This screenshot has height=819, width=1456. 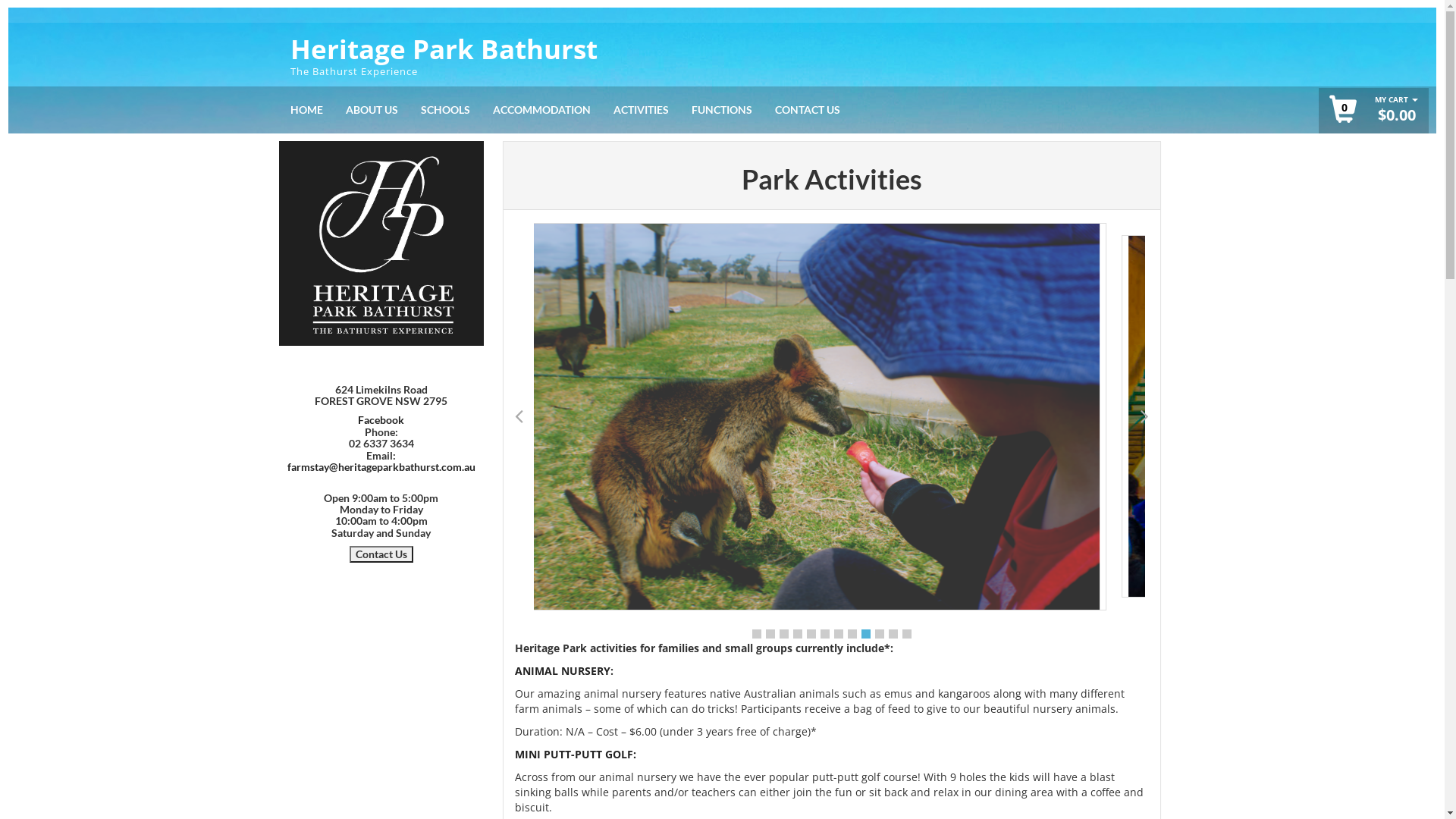 What do you see at coordinates (333, 109) in the screenshot?
I see `'ABOUT US'` at bounding box center [333, 109].